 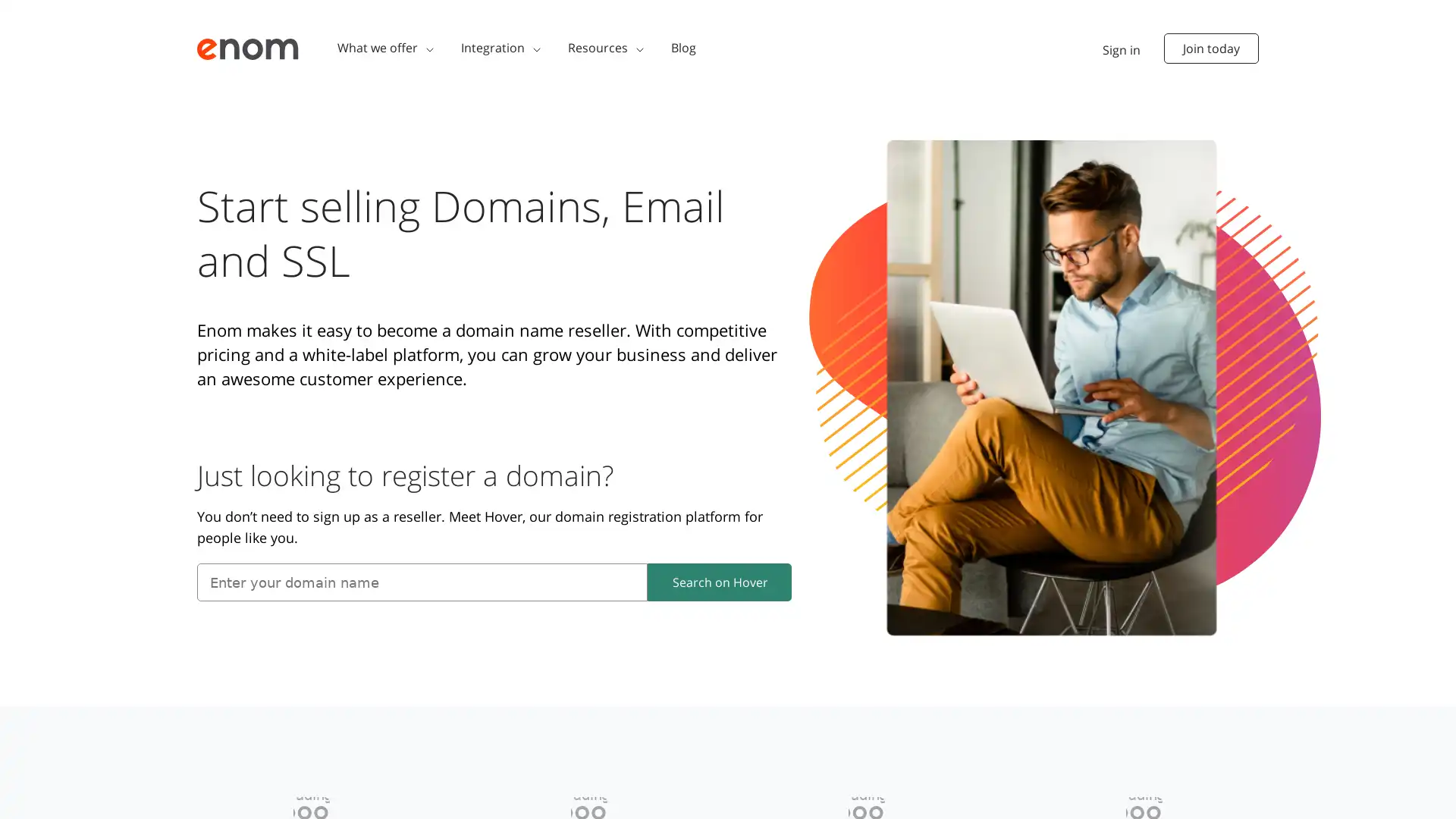 I want to click on Search on Hover, so click(x=719, y=581).